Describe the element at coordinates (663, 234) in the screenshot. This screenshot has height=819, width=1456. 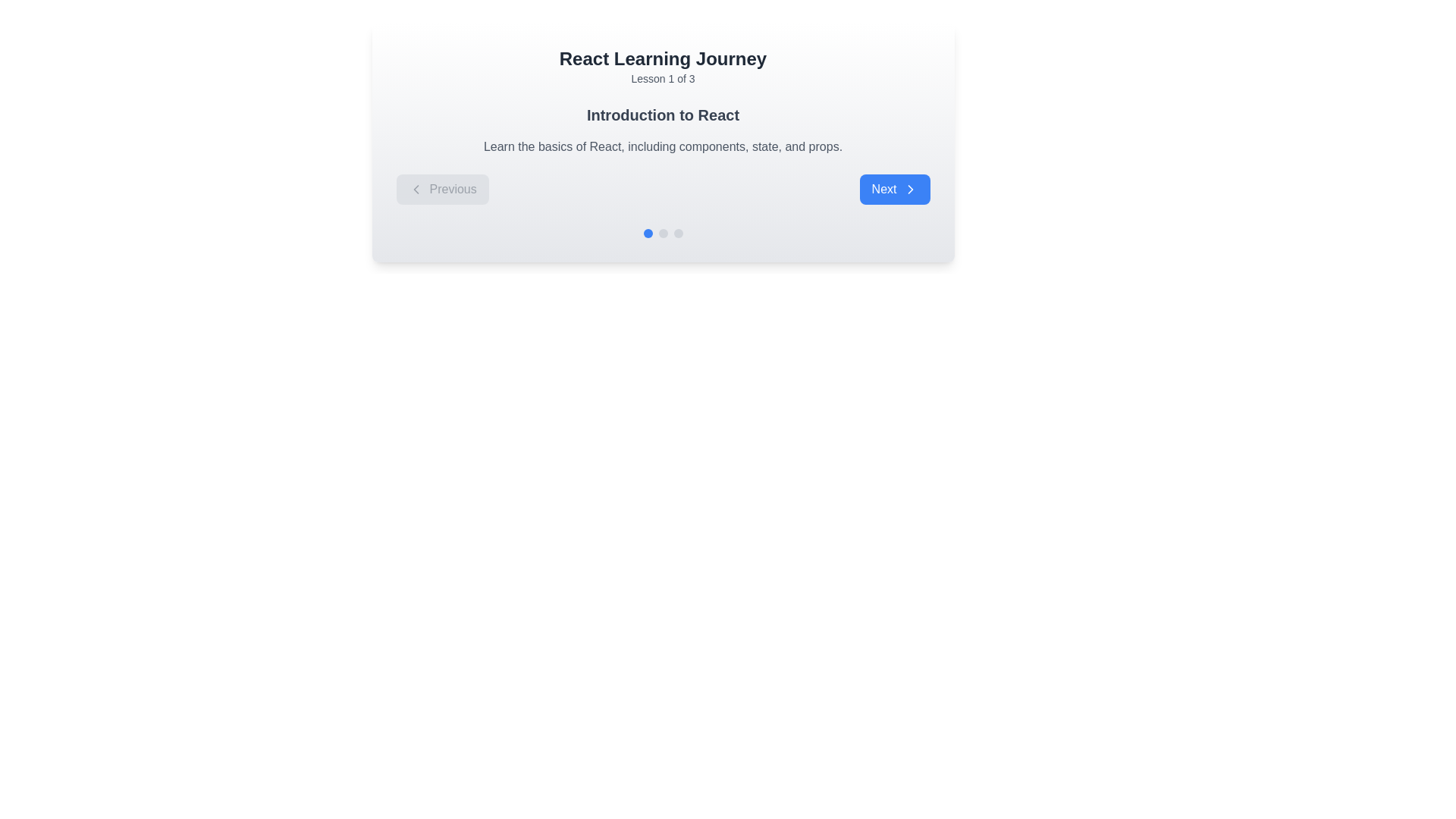
I see `the second circular progress indicator, which is gray and part of a pagination or step indicator group, located between a blue indicator on the left and another gray indicator on the right` at that location.